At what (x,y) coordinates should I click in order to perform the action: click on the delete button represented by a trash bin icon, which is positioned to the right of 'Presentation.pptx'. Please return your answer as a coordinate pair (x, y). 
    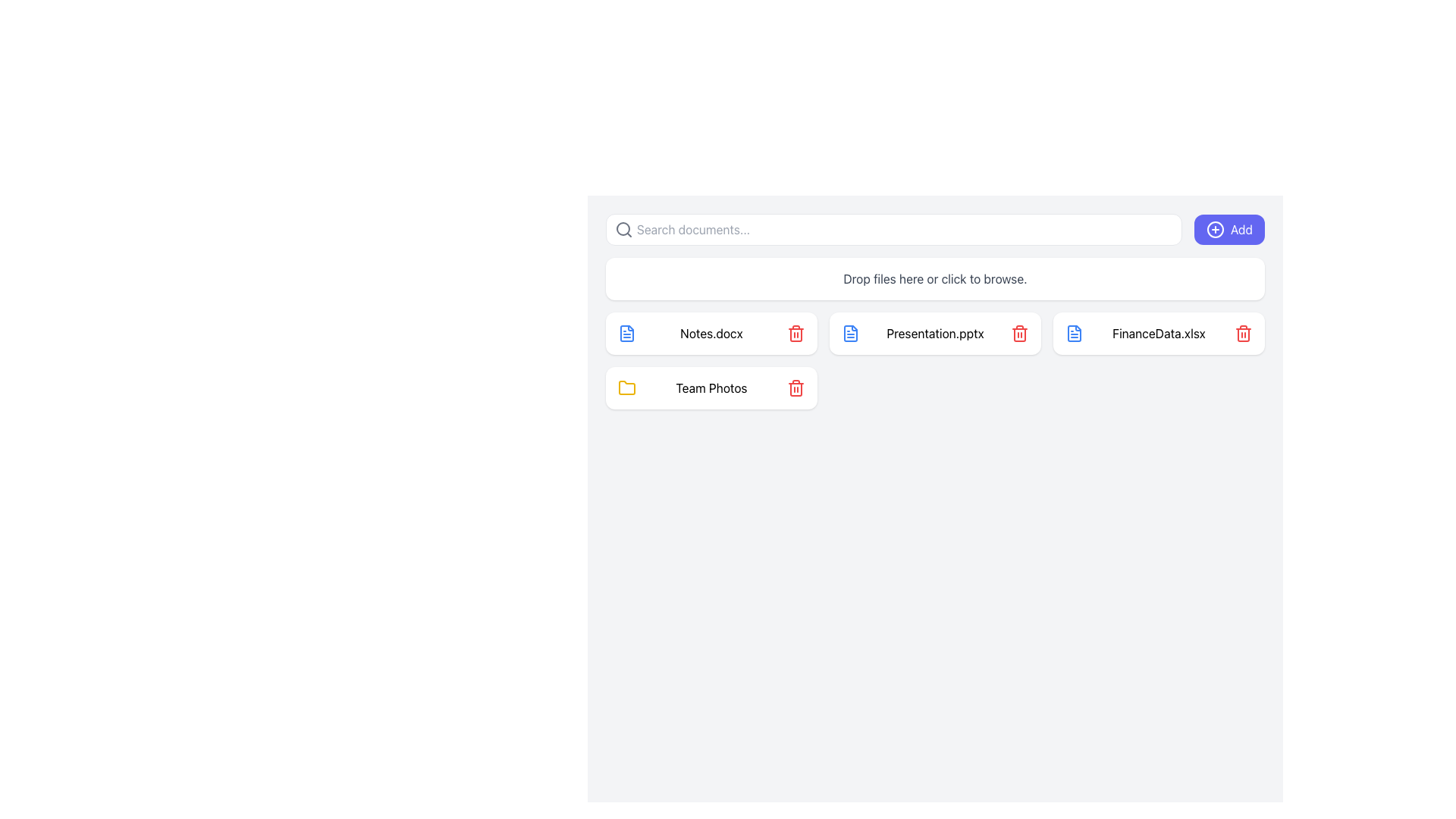
    Looking at the image, I should click on (1019, 332).